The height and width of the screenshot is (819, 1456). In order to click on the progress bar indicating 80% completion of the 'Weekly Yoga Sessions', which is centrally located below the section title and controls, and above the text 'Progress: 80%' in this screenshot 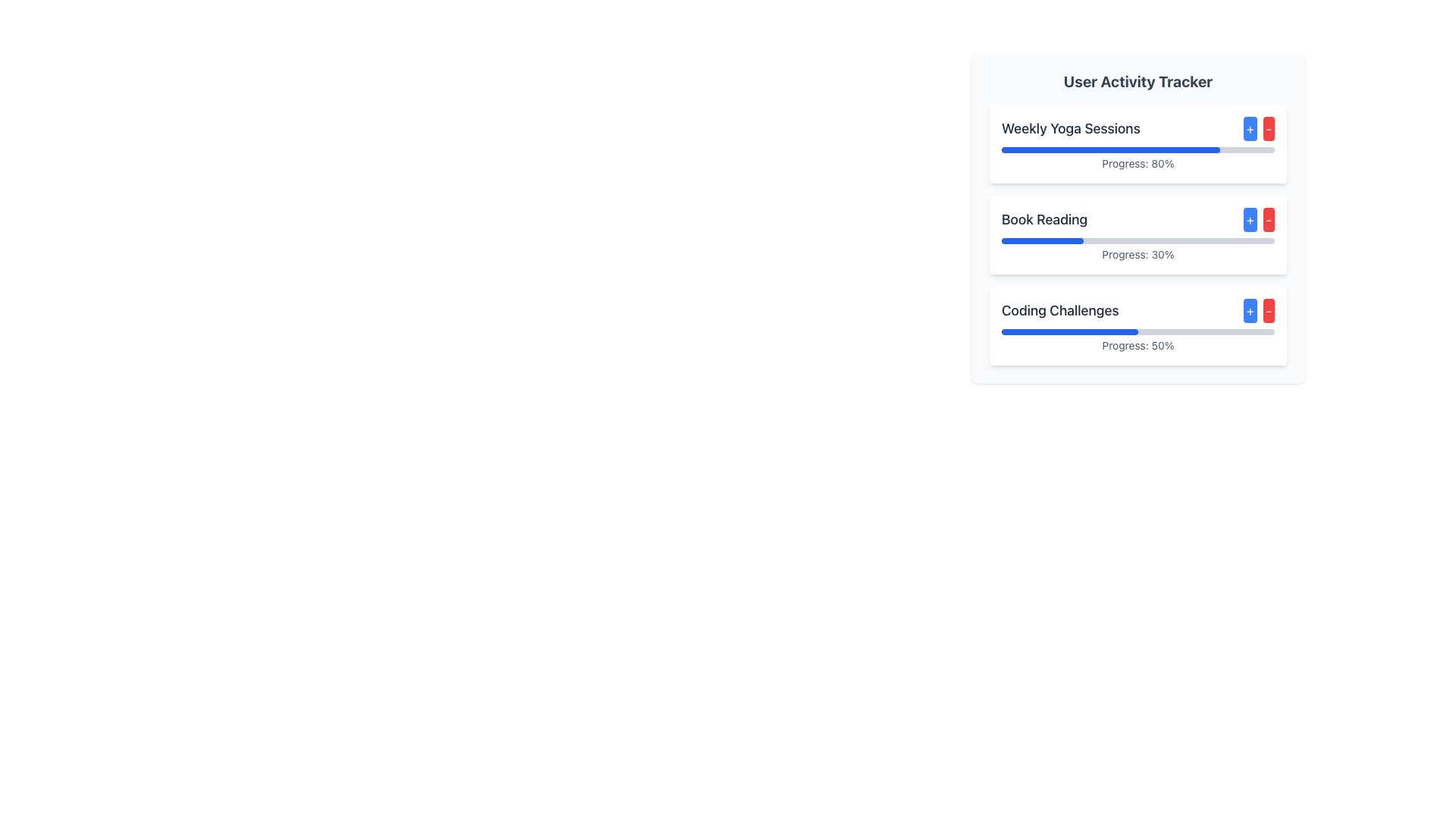, I will do `click(1138, 149)`.